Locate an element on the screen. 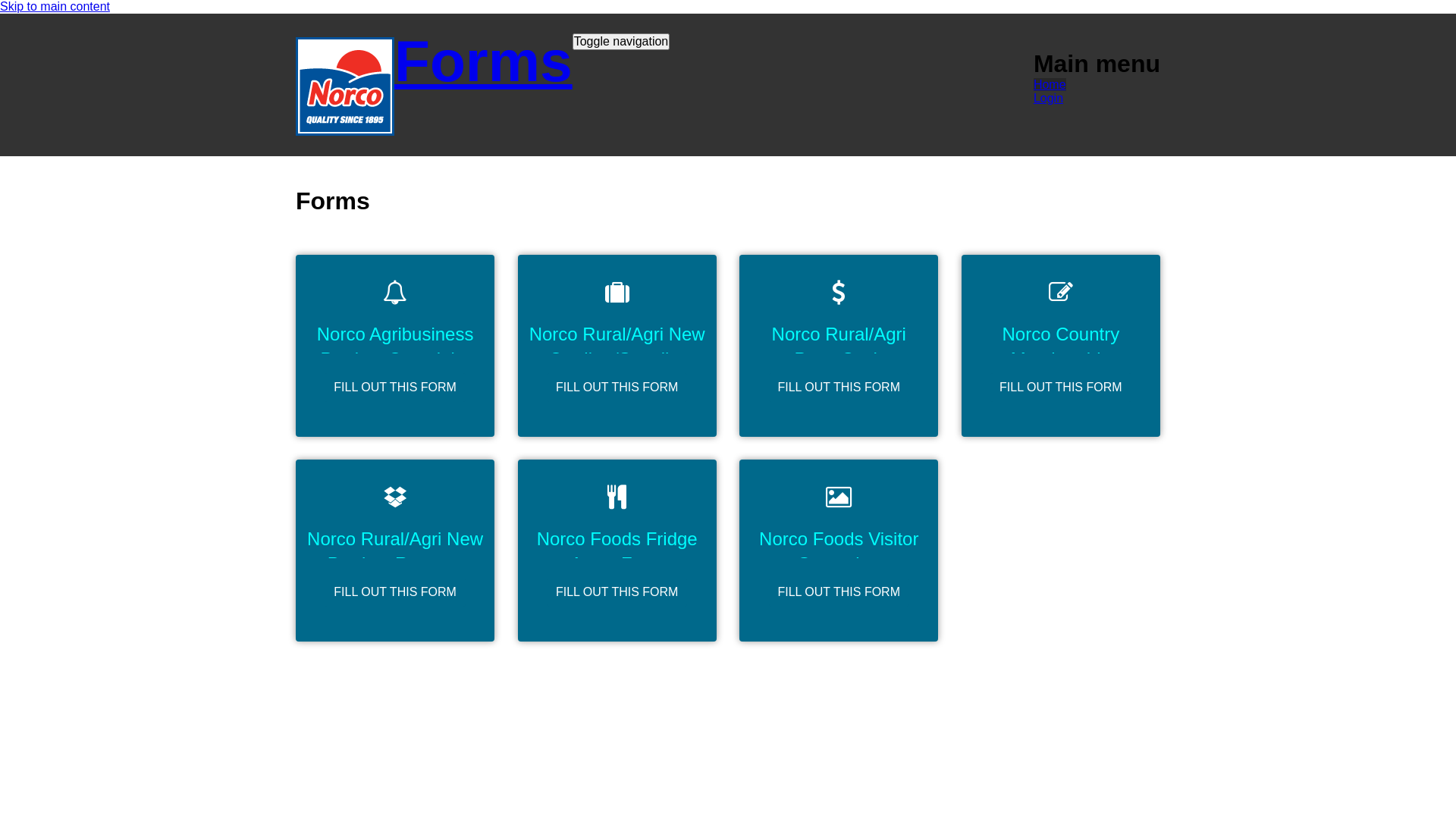 This screenshot has width=1456, height=819. 'FILL OUT THIS FORM' is located at coordinates (617, 591).